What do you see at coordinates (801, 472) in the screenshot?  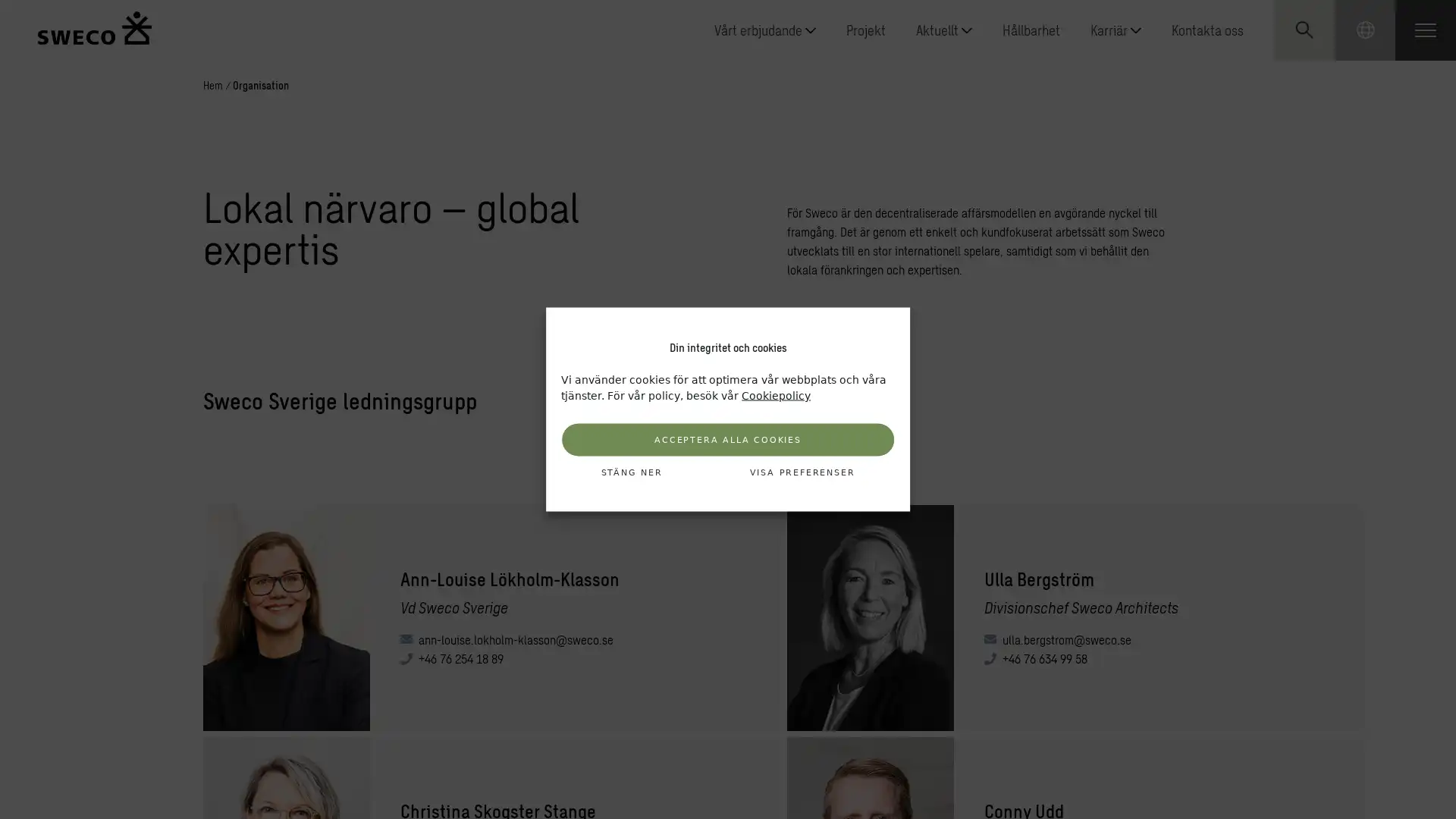 I see `VISA PREFERENSER` at bounding box center [801, 472].